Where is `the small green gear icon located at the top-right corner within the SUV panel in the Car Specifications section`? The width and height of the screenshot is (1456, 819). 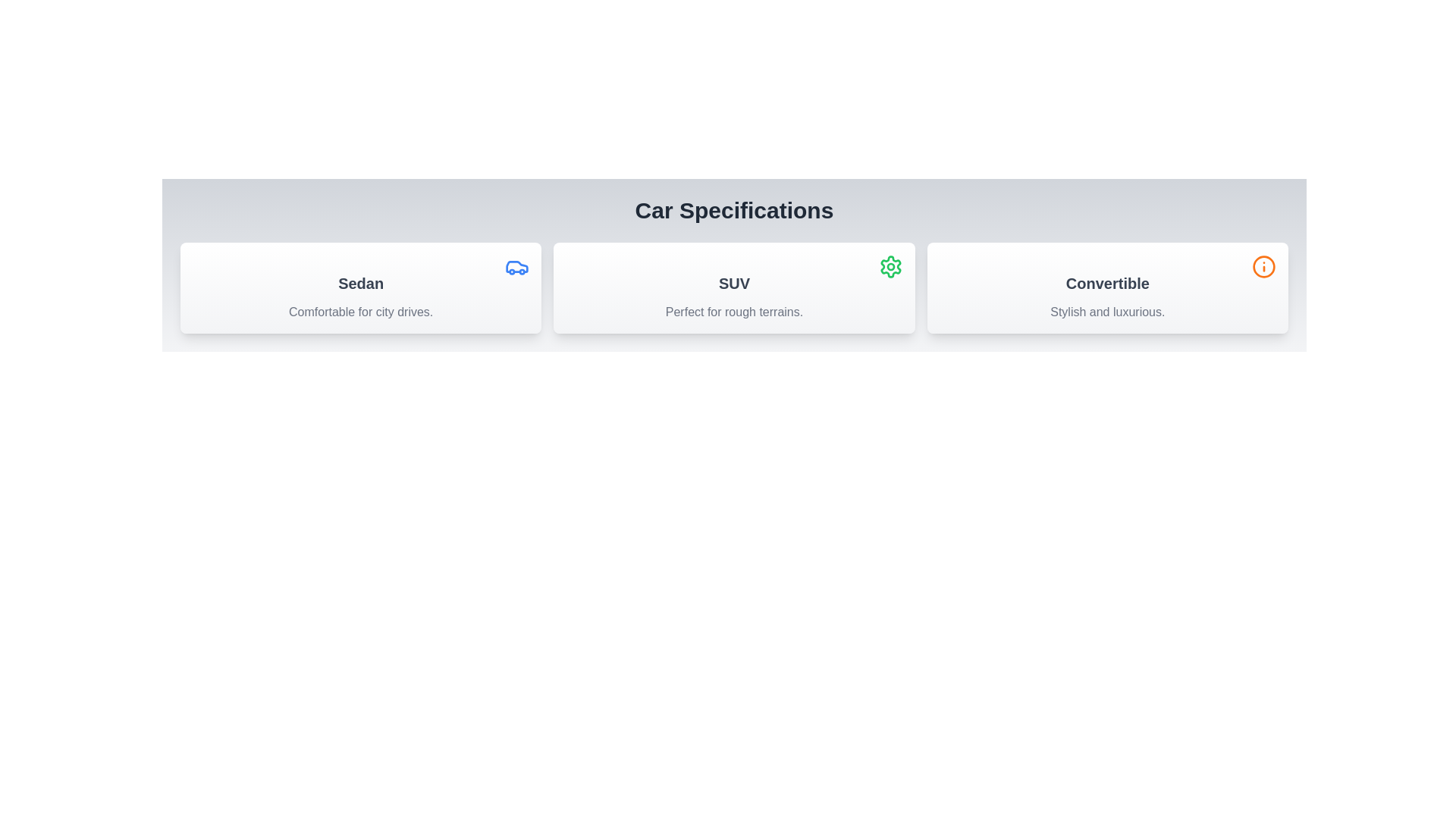
the small green gear icon located at the top-right corner within the SUV panel in the Car Specifications section is located at coordinates (890, 265).